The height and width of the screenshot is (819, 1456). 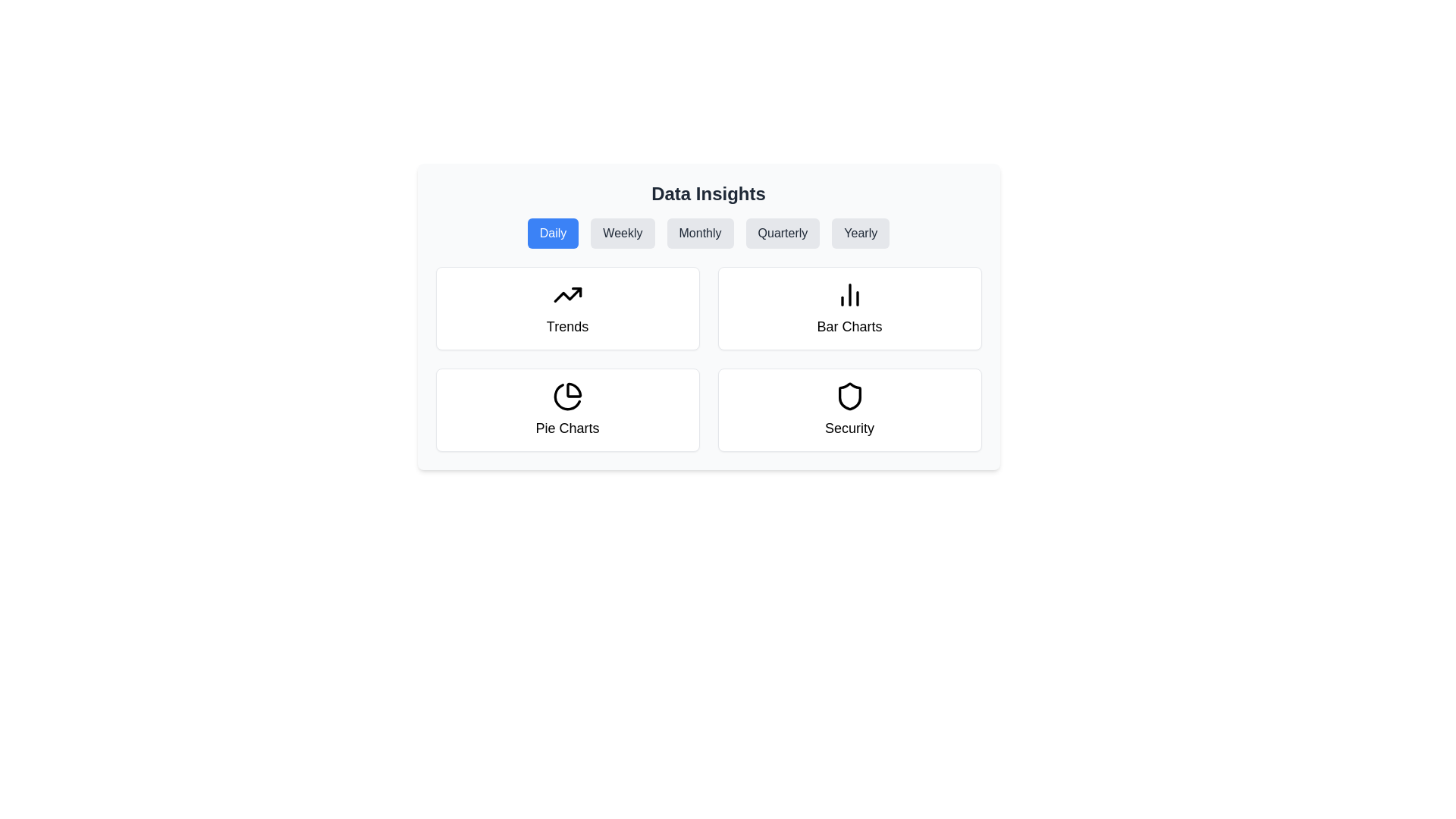 I want to click on the 'Trends' card located at the top-left corner of the grid layout, so click(x=566, y=308).